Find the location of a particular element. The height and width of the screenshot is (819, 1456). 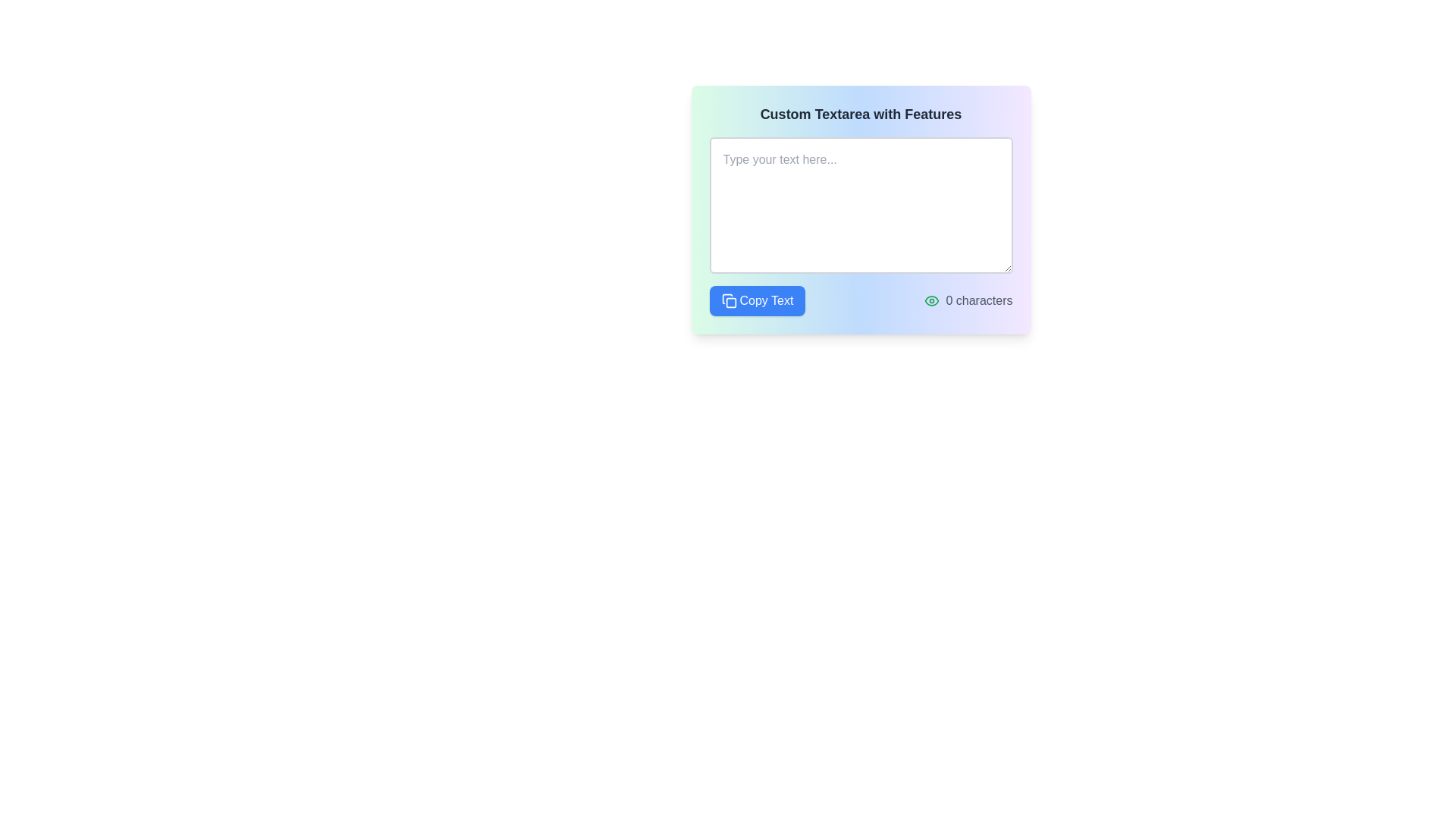

the eye icon, which is styled to resemble an eye with a green stroke, positioned directly to the left of the character count label showing '0 characters' is located at coordinates (931, 301).